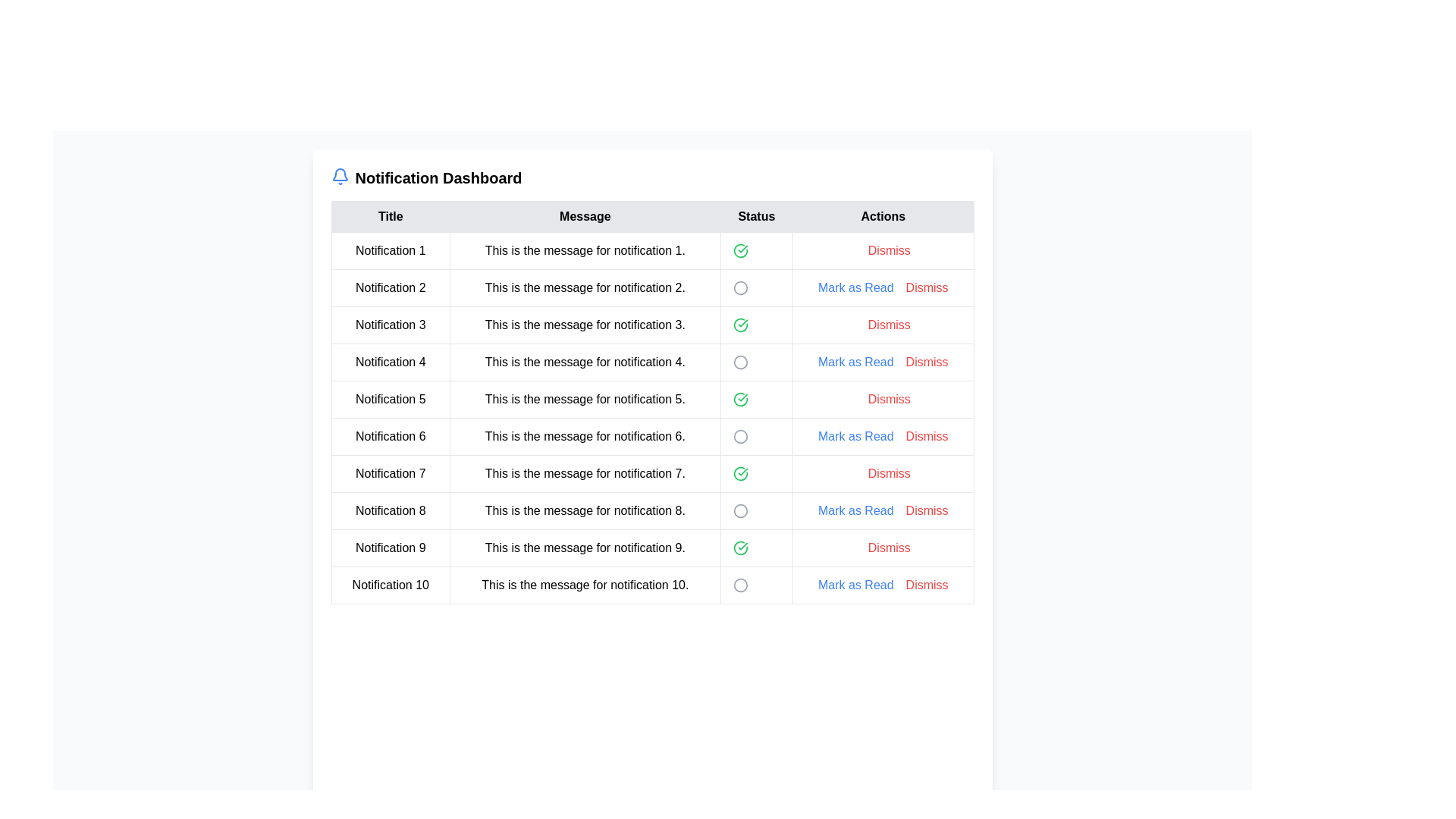 The width and height of the screenshot is (1456, 819). What do you see at coordinates (740, 362) in the screenshot?
I see `the circular icon with a thin black outline located in the 'Status' column of the 'Notification 4' row` at bounding box center [740, 362].